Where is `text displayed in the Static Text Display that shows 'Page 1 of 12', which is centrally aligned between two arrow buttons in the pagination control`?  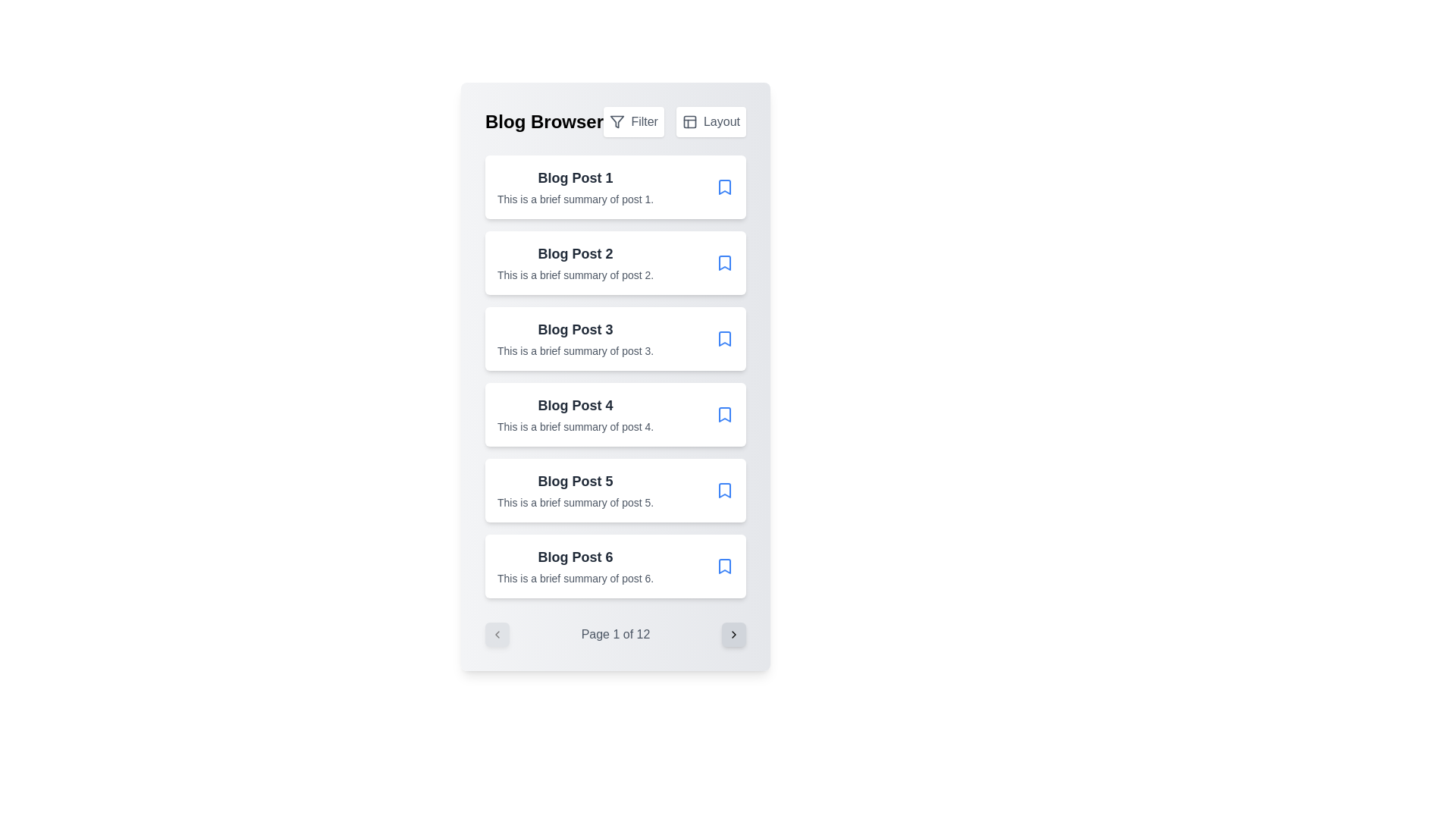
text displayed in the Static Text Display that shows 'Page 1 of 12', which is centrally aligned between two arrow buttons in the pagination control is located at coordinates (615, 635).